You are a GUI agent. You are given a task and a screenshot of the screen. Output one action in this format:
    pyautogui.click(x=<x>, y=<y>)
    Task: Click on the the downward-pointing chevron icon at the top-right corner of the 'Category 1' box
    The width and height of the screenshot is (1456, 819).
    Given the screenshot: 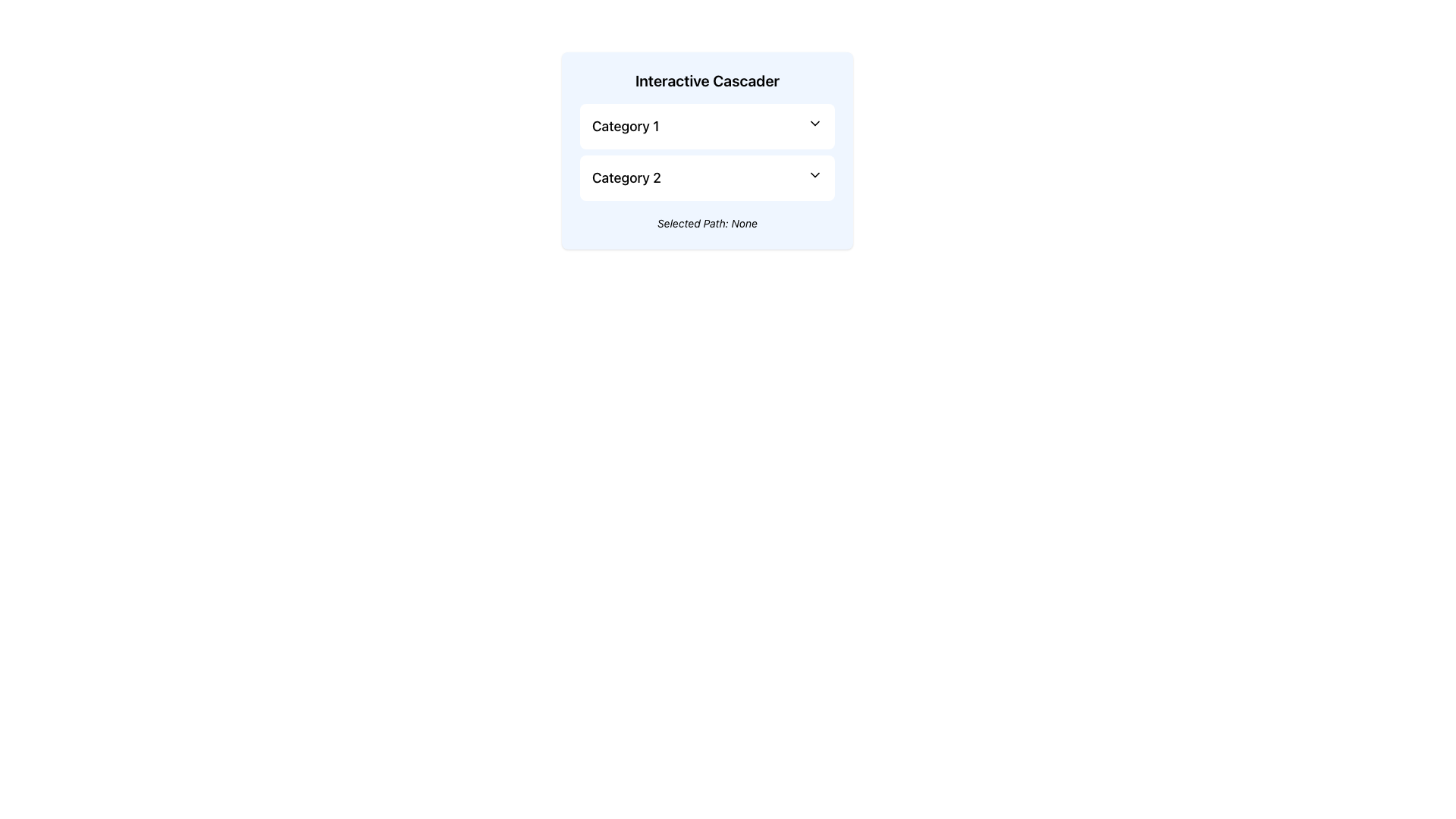 What is the action you would take?
    pyautogui.click(x=814, y=122)
    